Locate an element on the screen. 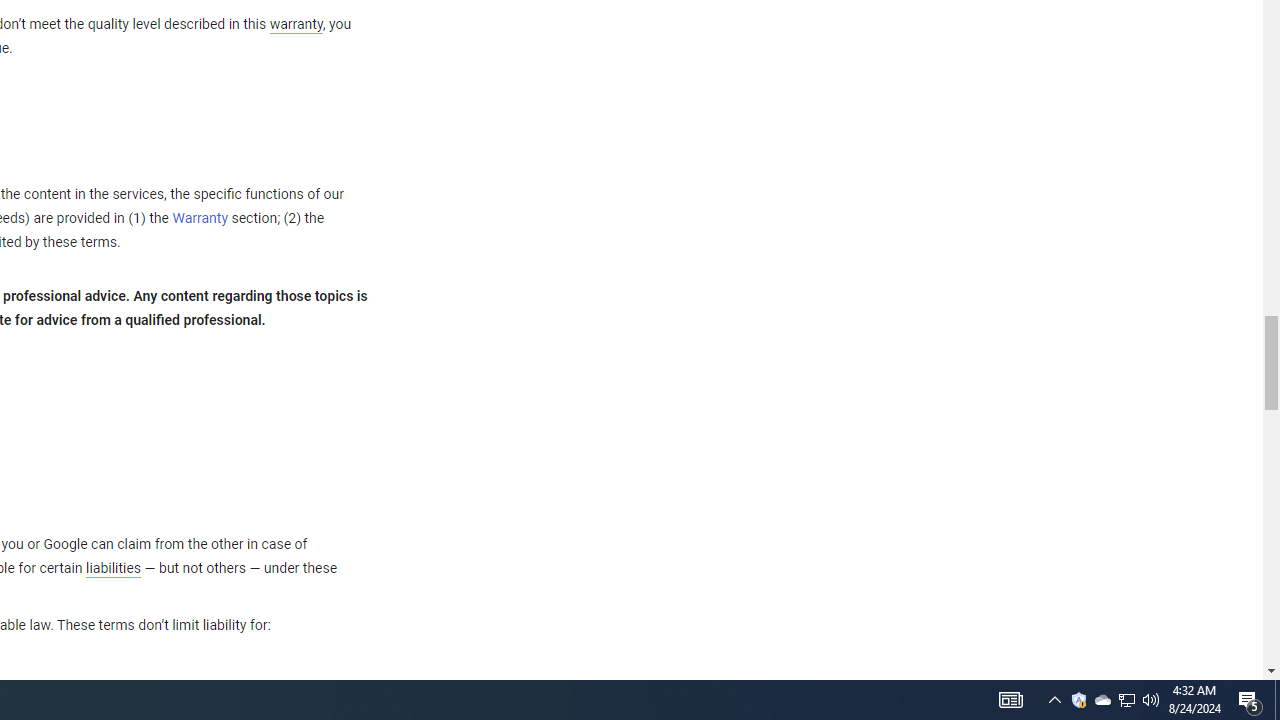 Image resolution: width=1280 pixels, height=720 pixels. 'Warranty' is located at coordinates (200, 219).